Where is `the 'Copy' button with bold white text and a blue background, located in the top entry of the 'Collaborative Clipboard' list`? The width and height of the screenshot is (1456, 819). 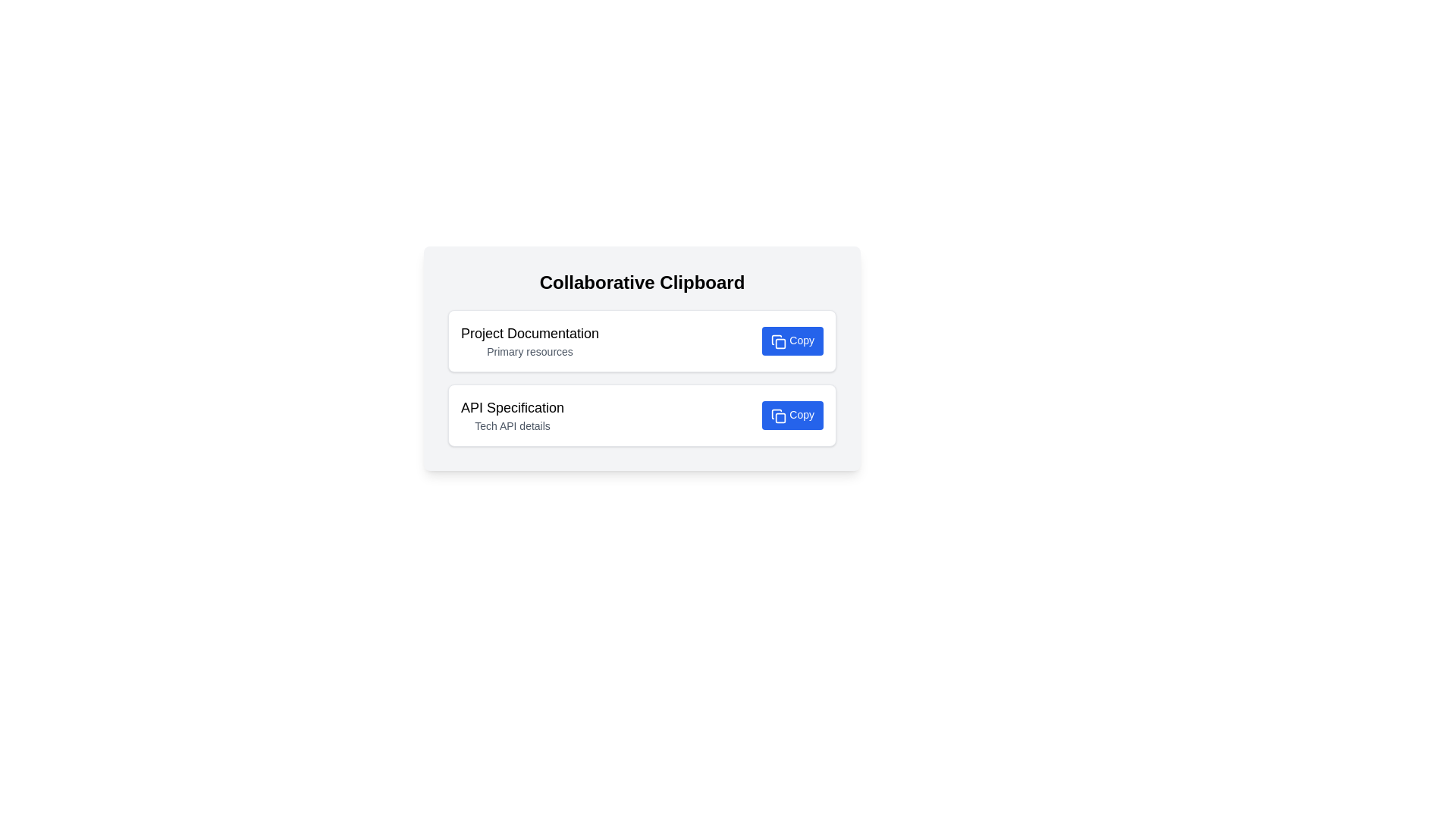 the 'Copy' button with bold white text and a blue background, located in the top entry of the 'Collaborative Clipboard' list is located at coordinates (792, 341).